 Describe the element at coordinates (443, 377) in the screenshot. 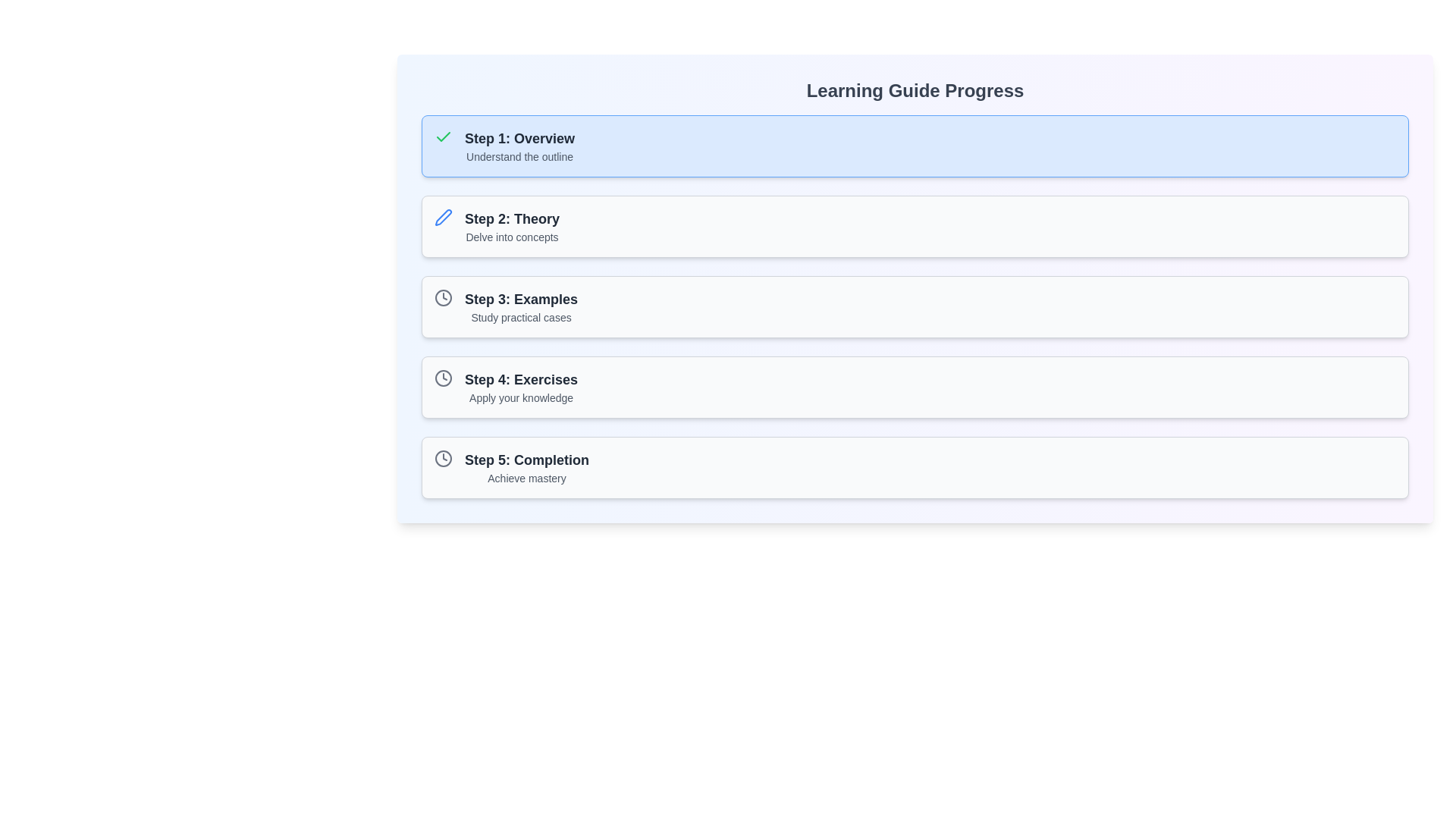

I see `the outer boundary circle of the clock icon, which serves as the visual representation of a traditional clock's round shape` at that location.